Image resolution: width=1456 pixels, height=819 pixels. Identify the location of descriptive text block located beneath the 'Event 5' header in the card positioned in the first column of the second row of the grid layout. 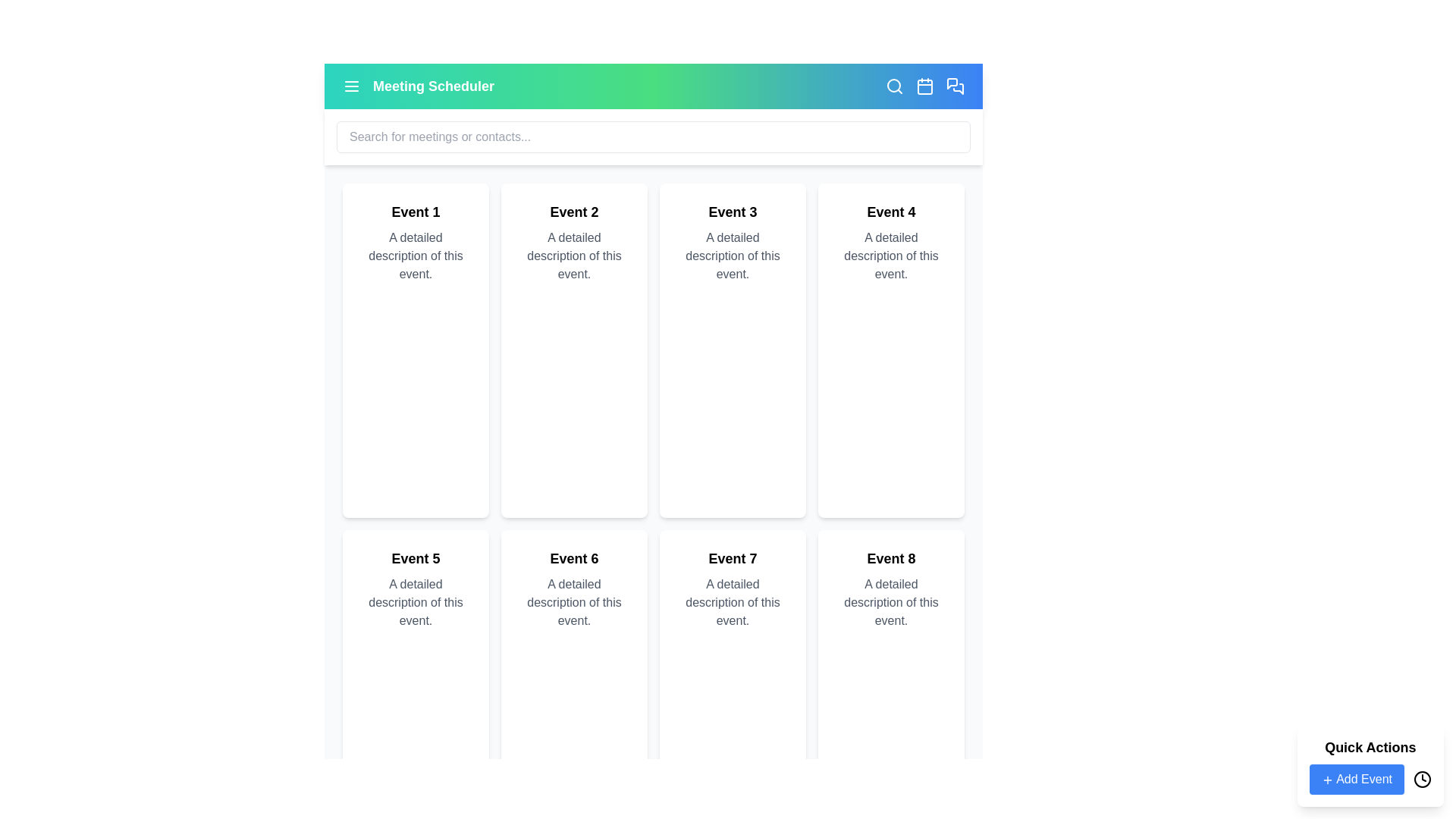
(416, 601).